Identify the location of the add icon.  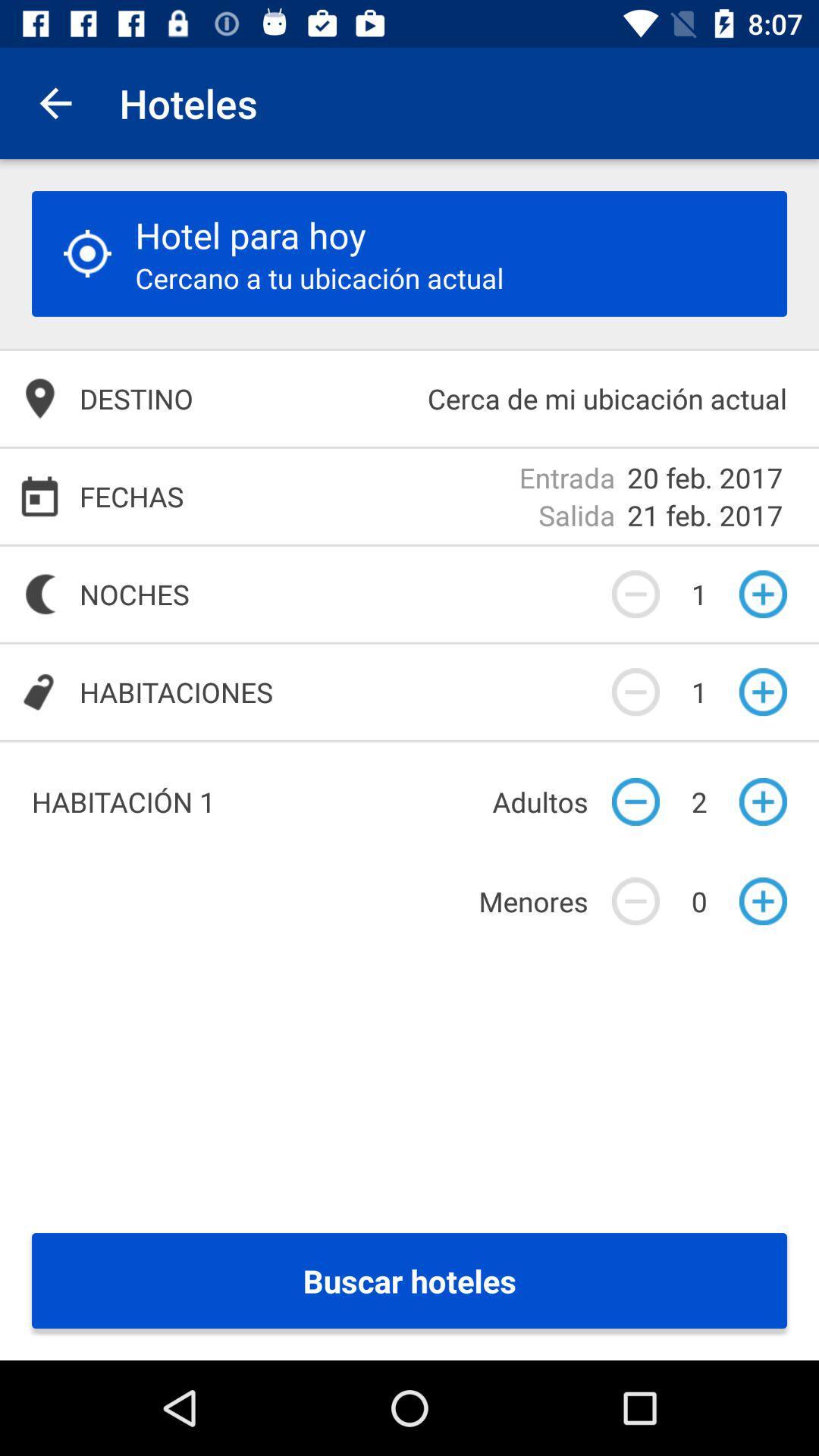
(763, 593).